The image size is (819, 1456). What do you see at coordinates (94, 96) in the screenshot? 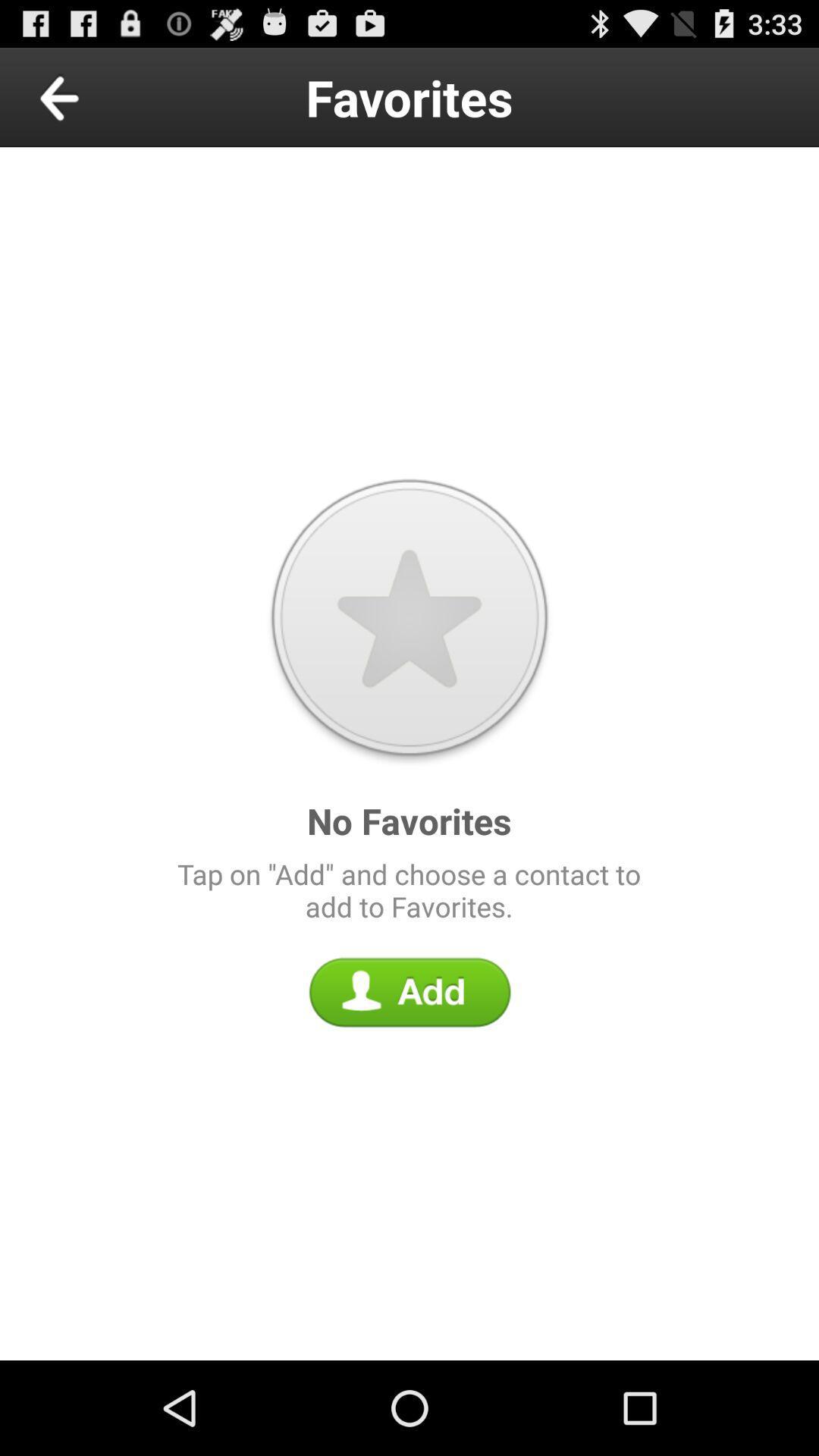
I see `item next to the favorites app` at bounding box center [94, 96].